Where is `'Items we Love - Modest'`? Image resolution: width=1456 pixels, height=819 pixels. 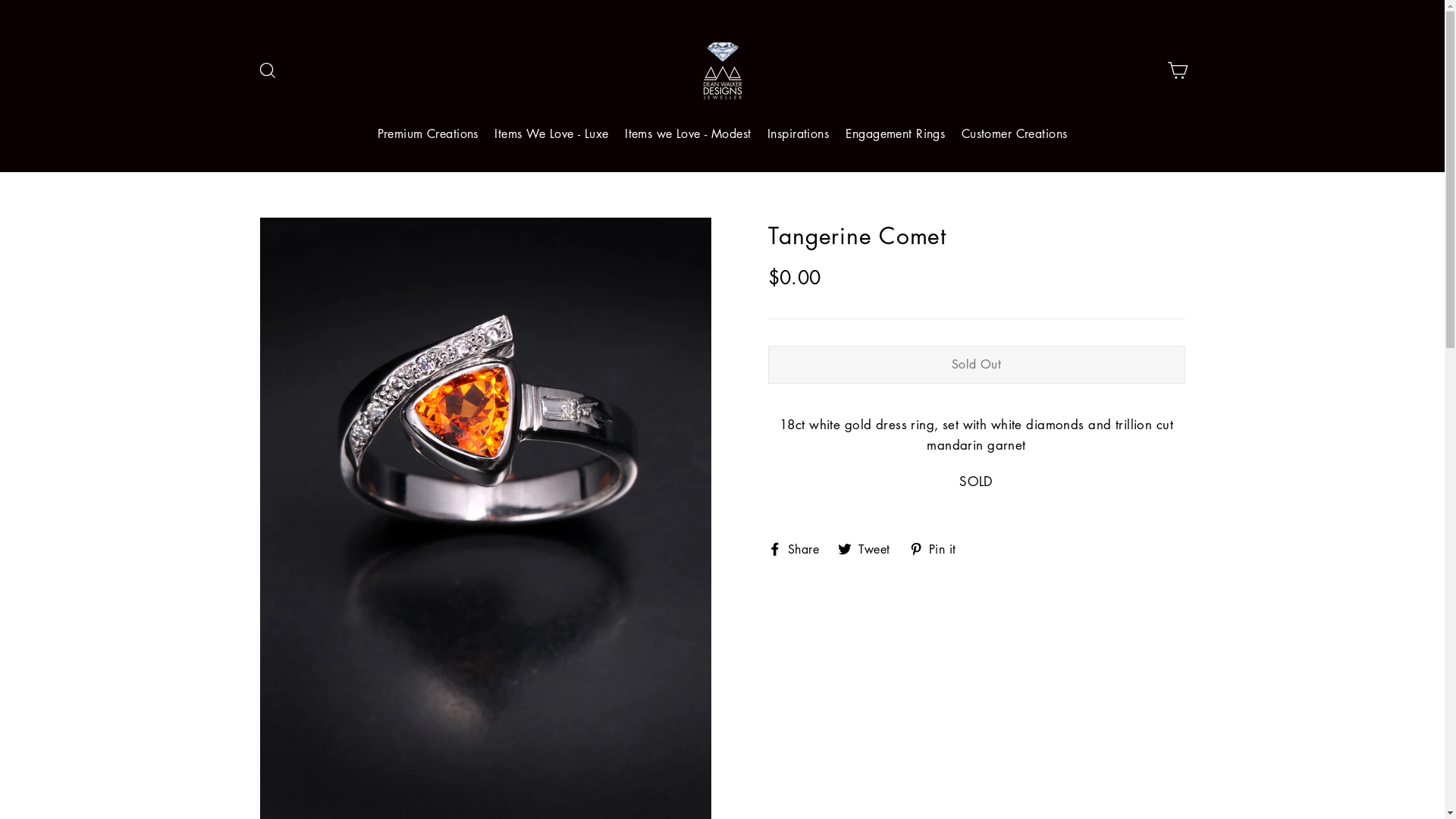 'Items we Love - Modest' is located at coordinates (687, 133).